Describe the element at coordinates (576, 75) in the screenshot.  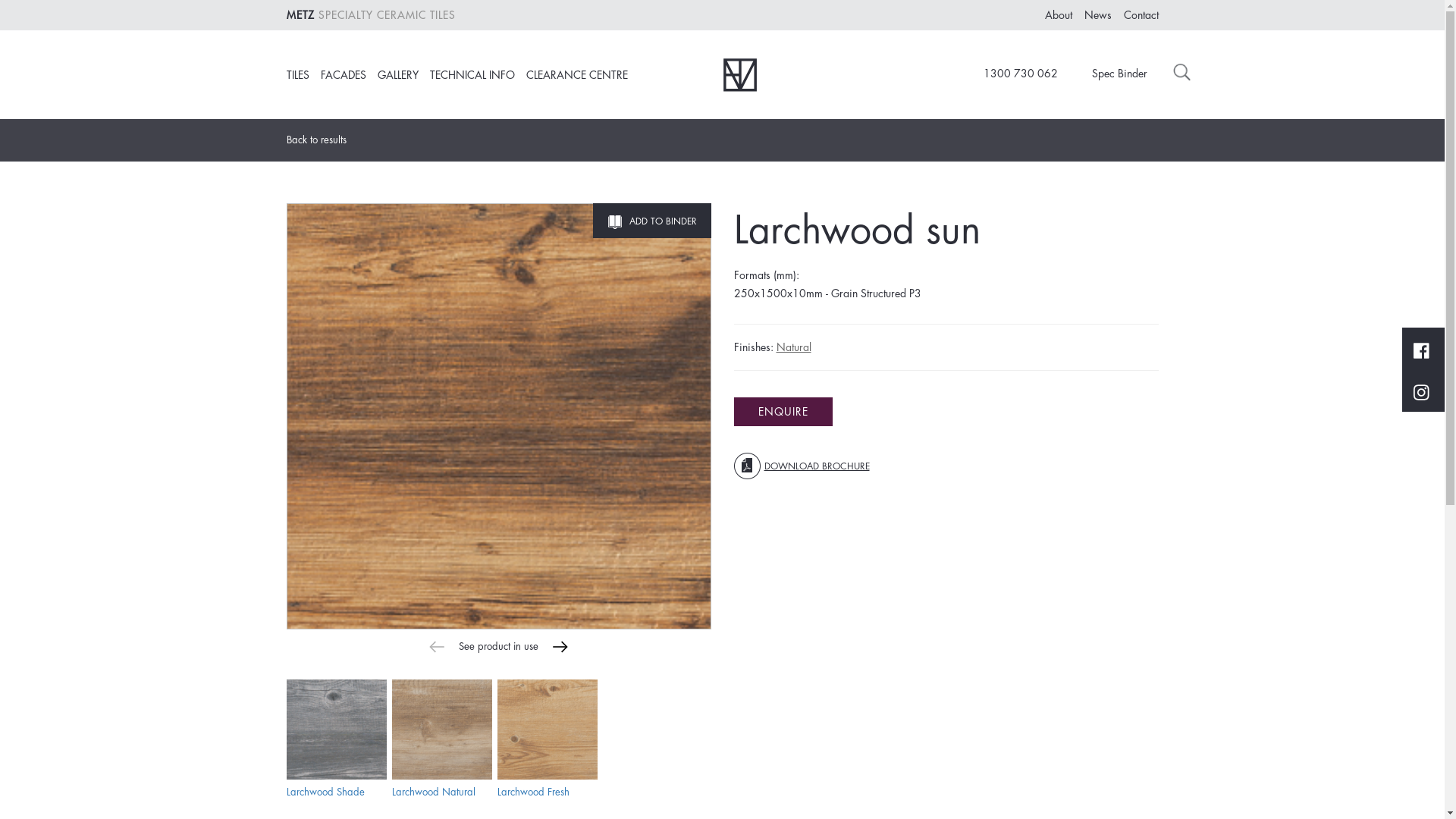
I see `'CLEARANCE CENTRE'` at that location.